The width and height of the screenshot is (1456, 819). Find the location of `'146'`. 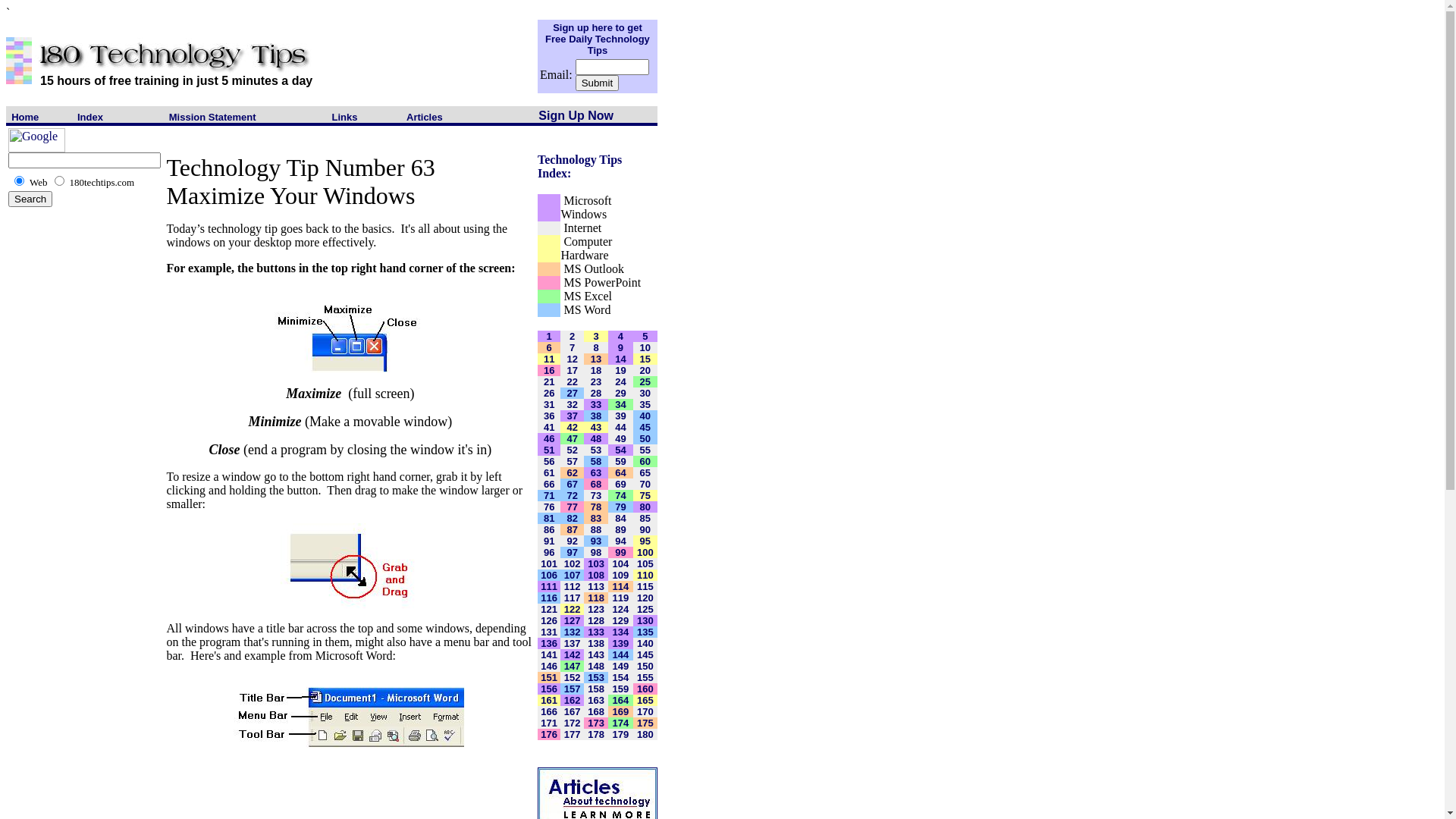

'146' is located at coordinates (541, 664).